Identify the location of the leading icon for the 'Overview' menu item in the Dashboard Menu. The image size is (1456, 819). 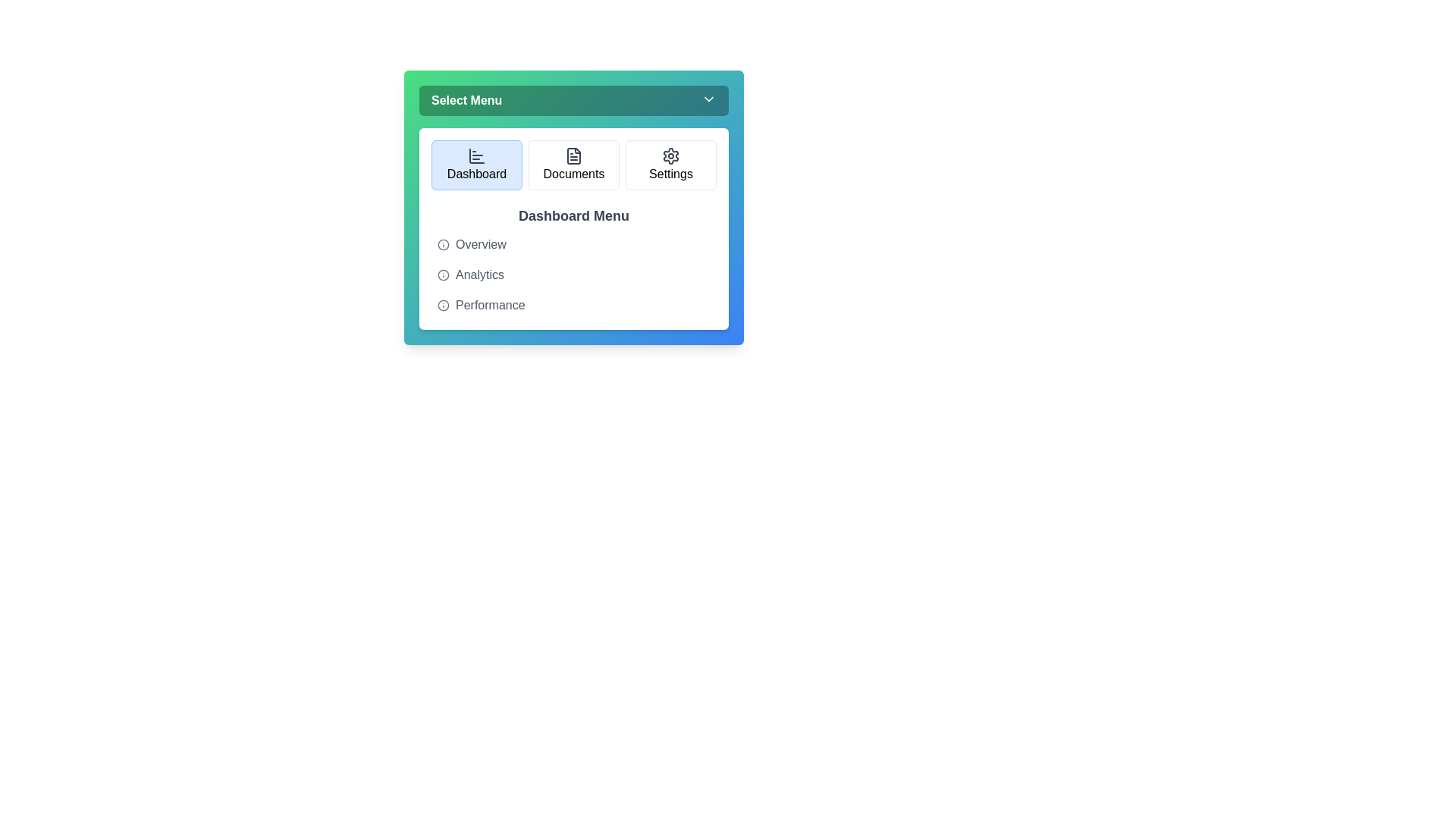
(443, 244).